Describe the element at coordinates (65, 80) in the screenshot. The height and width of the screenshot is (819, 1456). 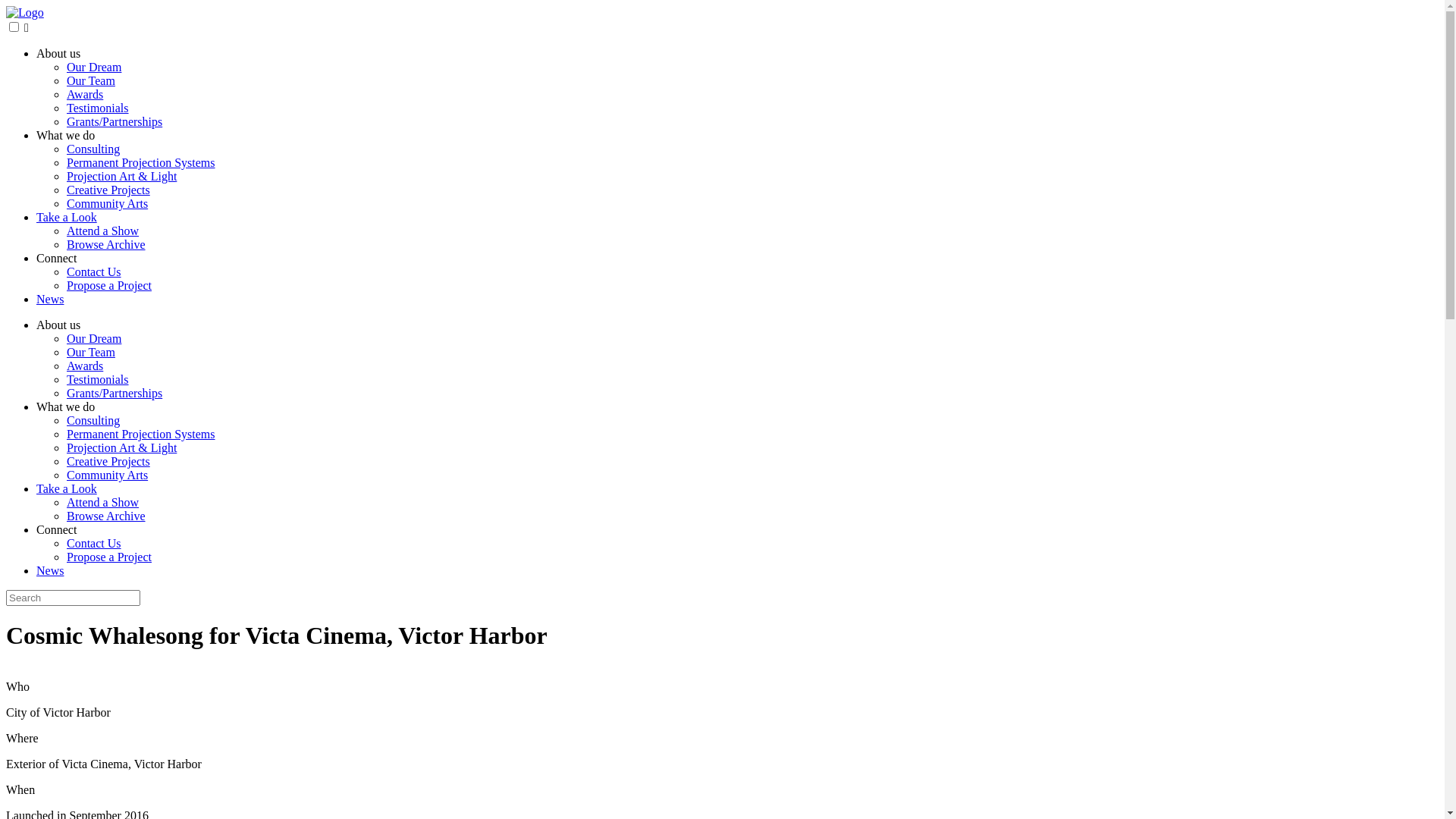
I see `'Our Team'` at that location.